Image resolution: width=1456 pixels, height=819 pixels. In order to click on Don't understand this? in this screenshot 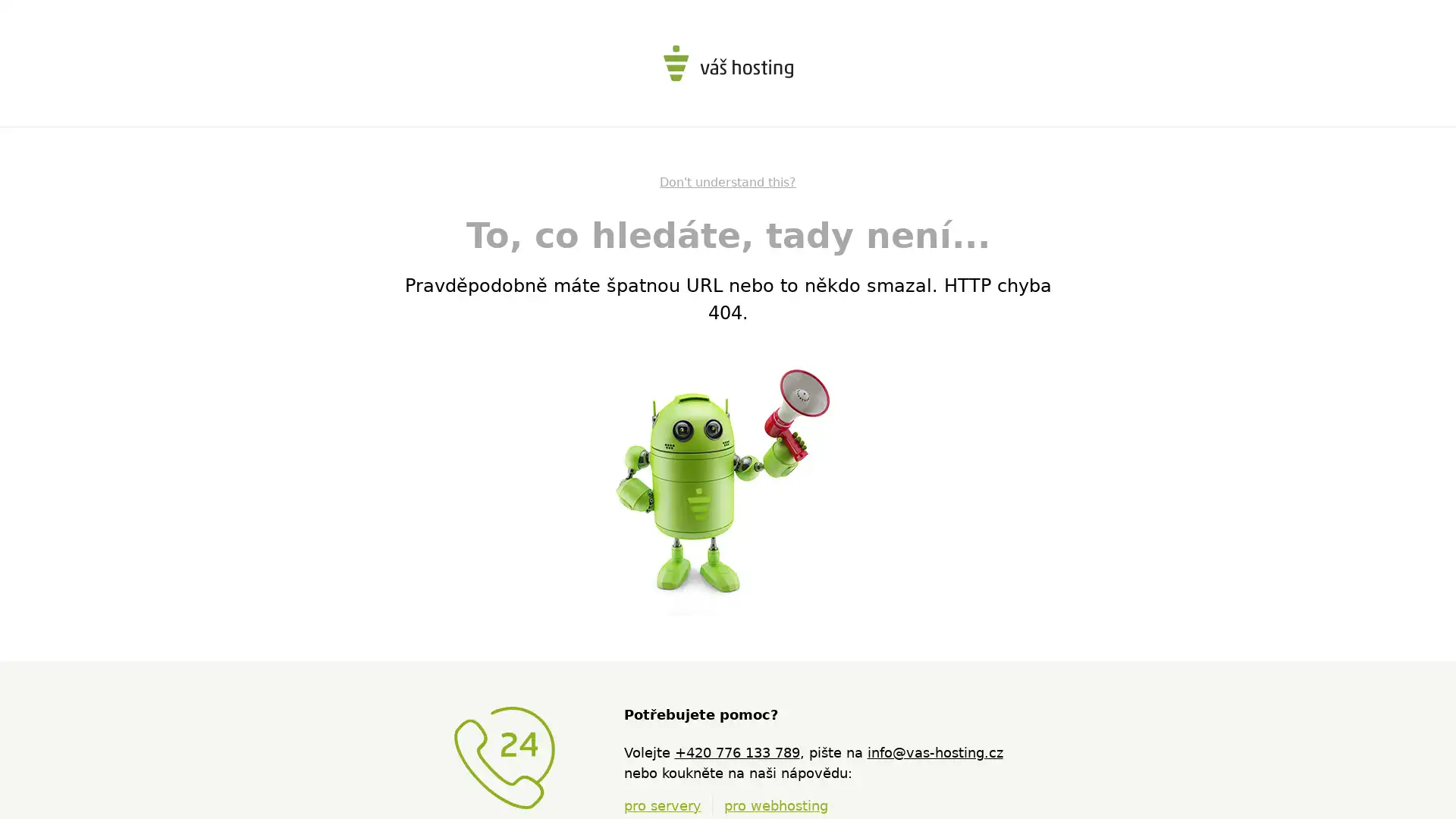, I will do `click(728, 181)`.